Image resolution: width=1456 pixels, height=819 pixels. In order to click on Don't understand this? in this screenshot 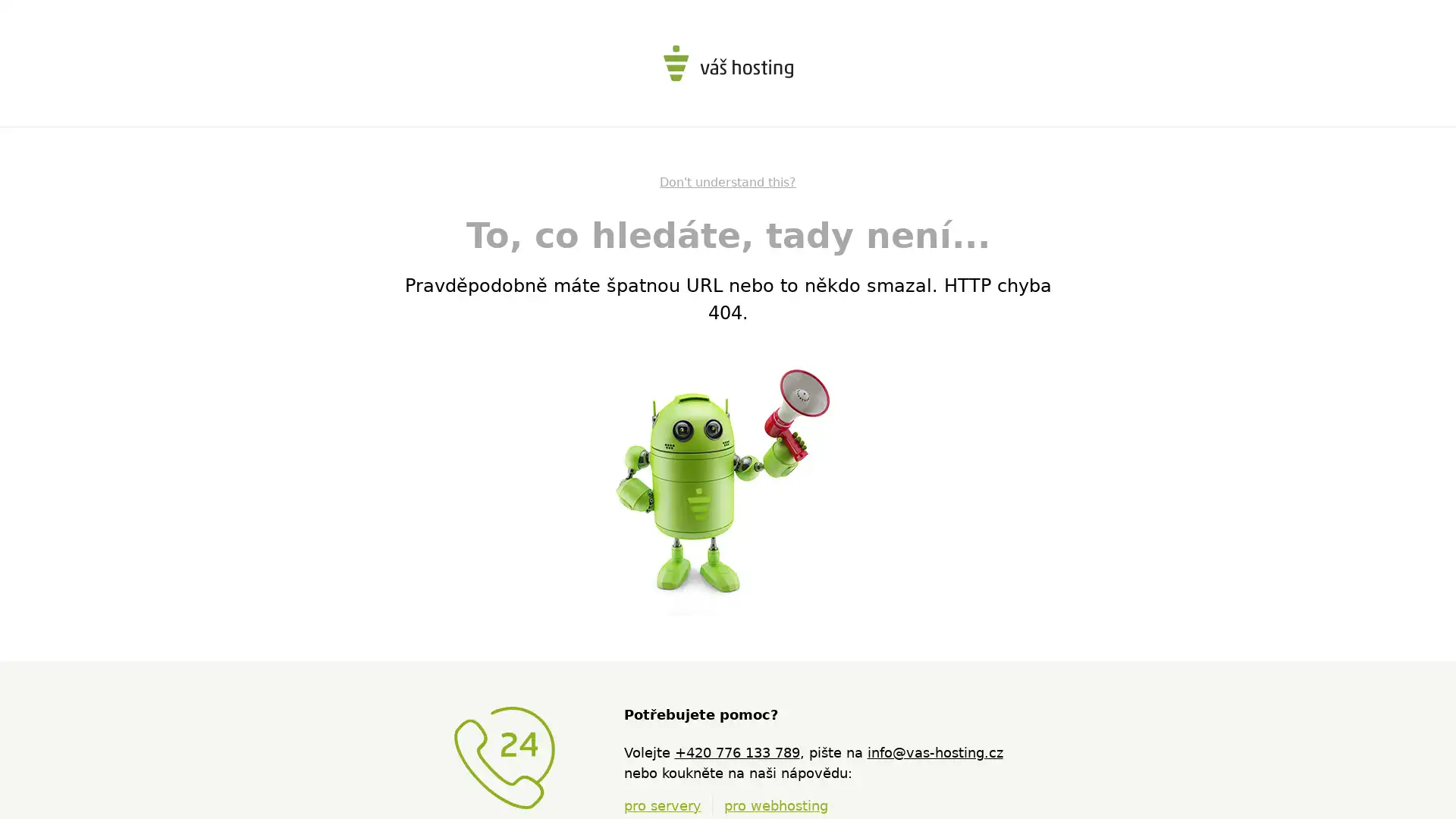, I will do `click(728, 181)`.